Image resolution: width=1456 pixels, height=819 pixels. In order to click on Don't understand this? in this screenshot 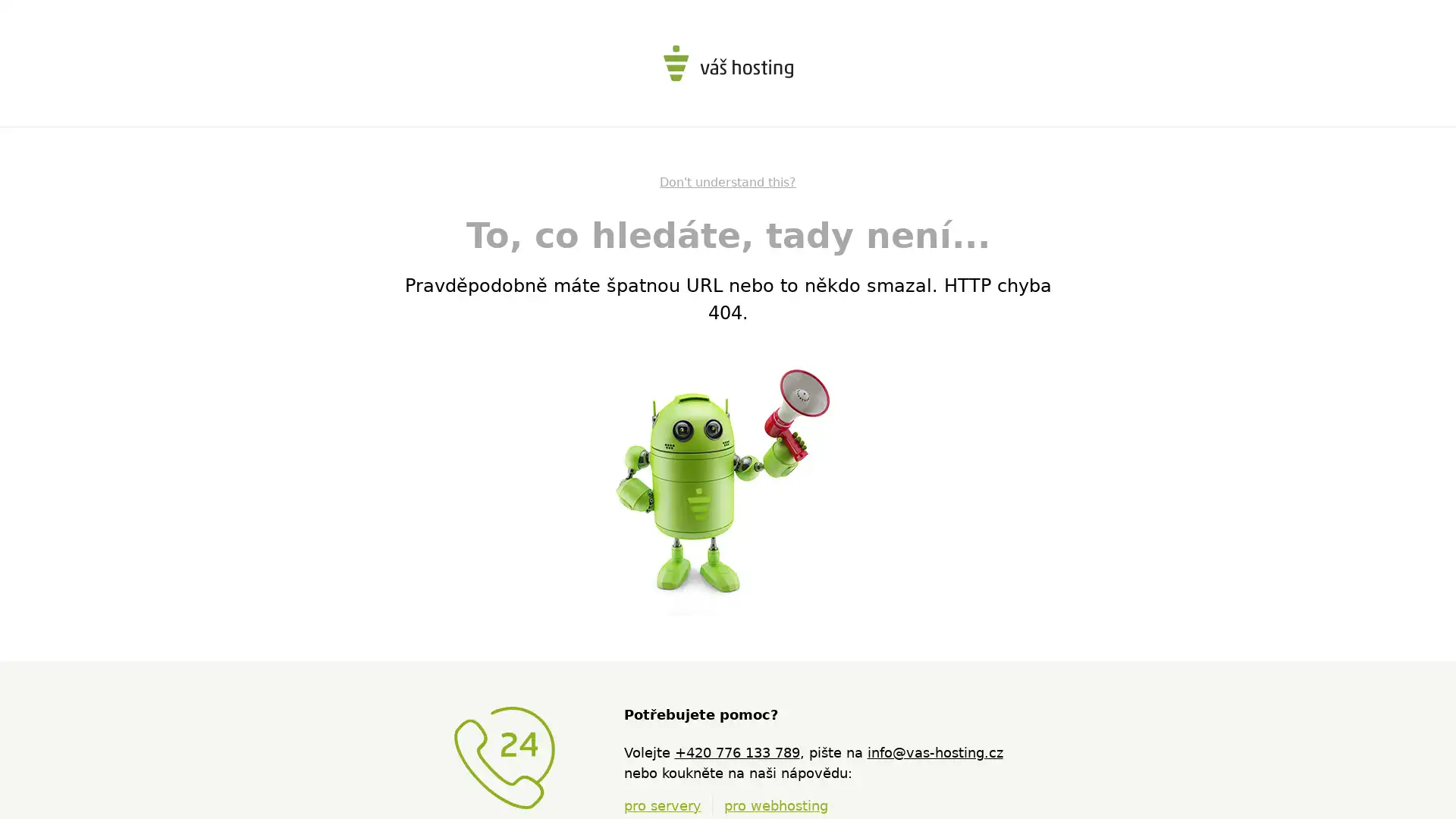, I will do `click(728, 181)`.